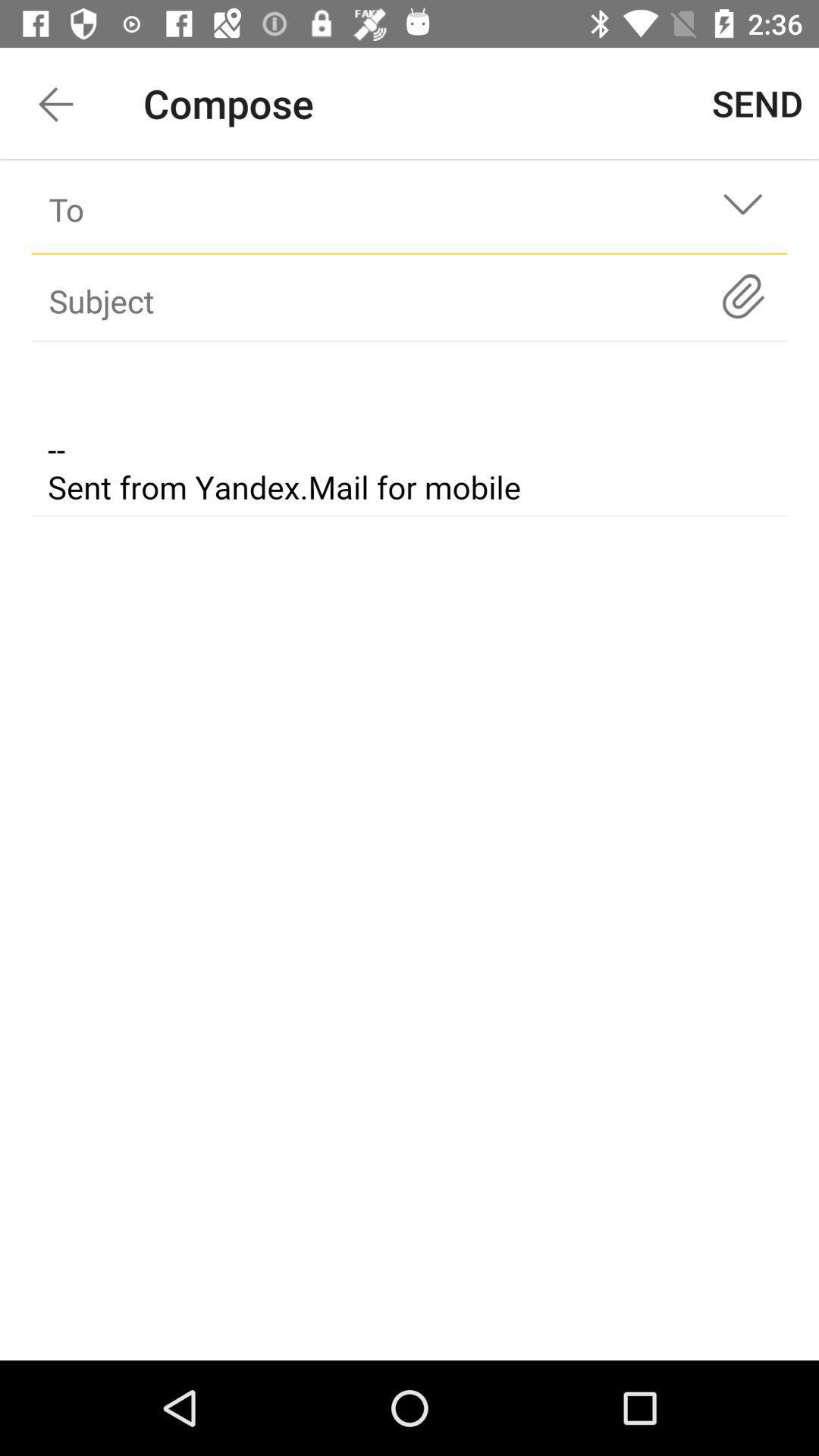  I want to click on type the title, so click(381, 300).